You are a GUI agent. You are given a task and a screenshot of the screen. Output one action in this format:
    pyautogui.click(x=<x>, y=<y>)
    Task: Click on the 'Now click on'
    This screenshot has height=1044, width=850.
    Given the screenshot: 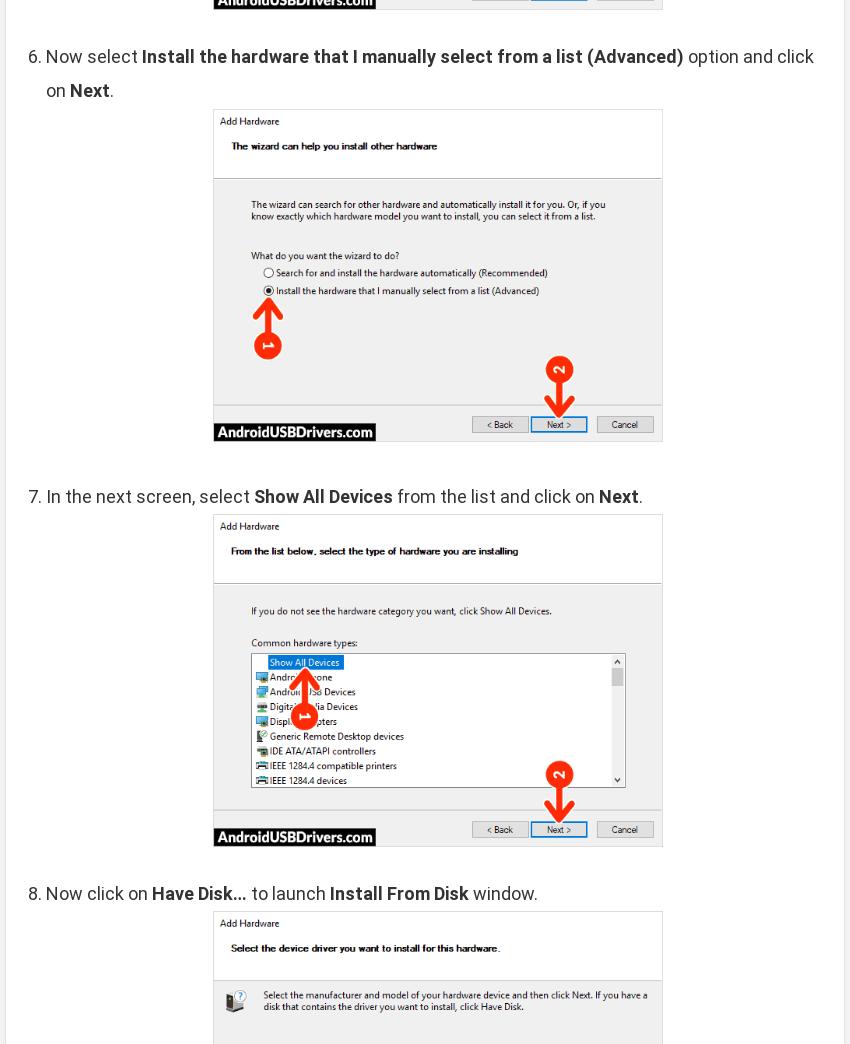 What is the action you would take?
    pyautogui.click(x=98, y=893)
    